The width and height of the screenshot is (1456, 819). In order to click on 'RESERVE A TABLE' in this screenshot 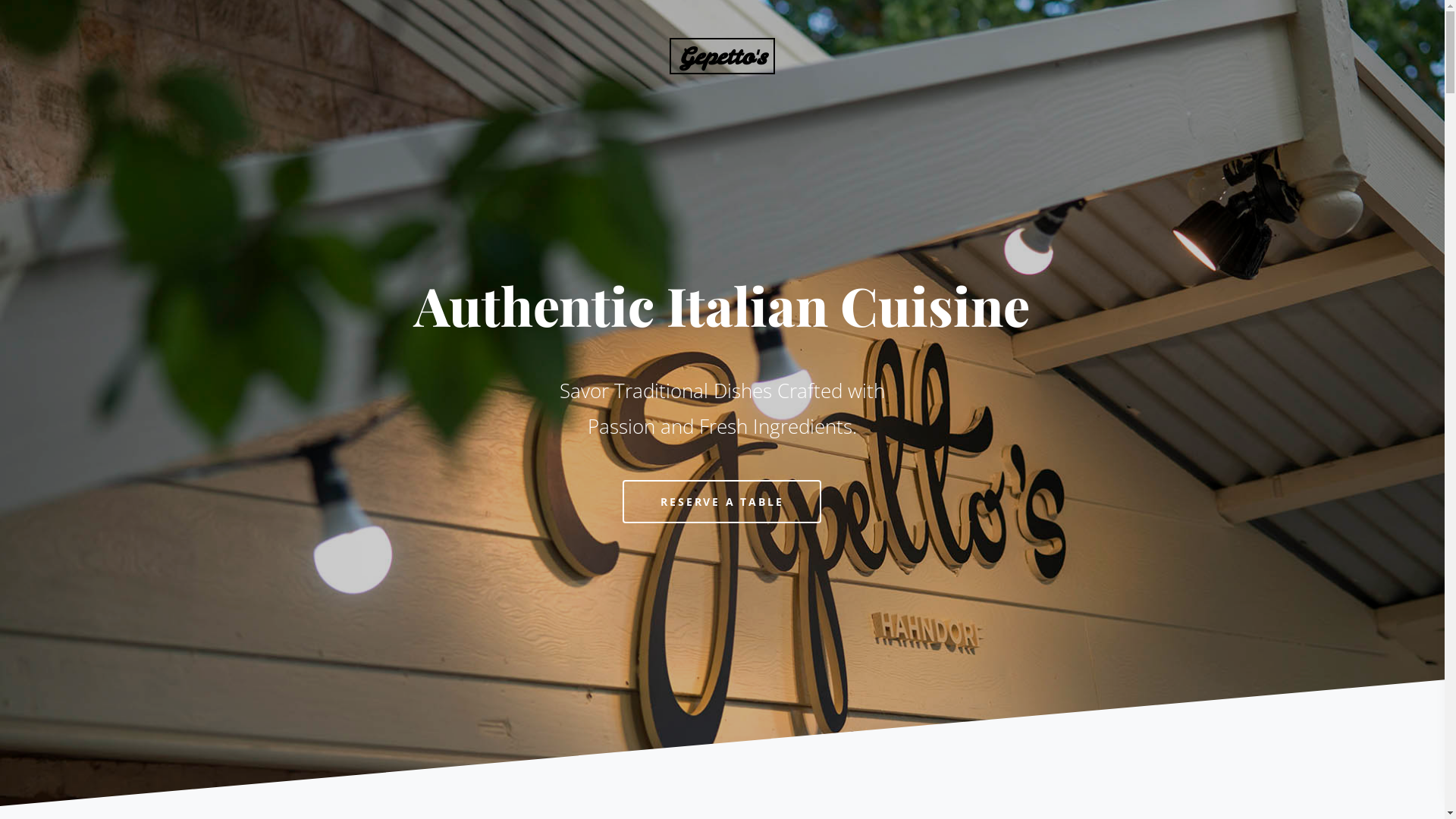, I will do `click(720, 501)`.